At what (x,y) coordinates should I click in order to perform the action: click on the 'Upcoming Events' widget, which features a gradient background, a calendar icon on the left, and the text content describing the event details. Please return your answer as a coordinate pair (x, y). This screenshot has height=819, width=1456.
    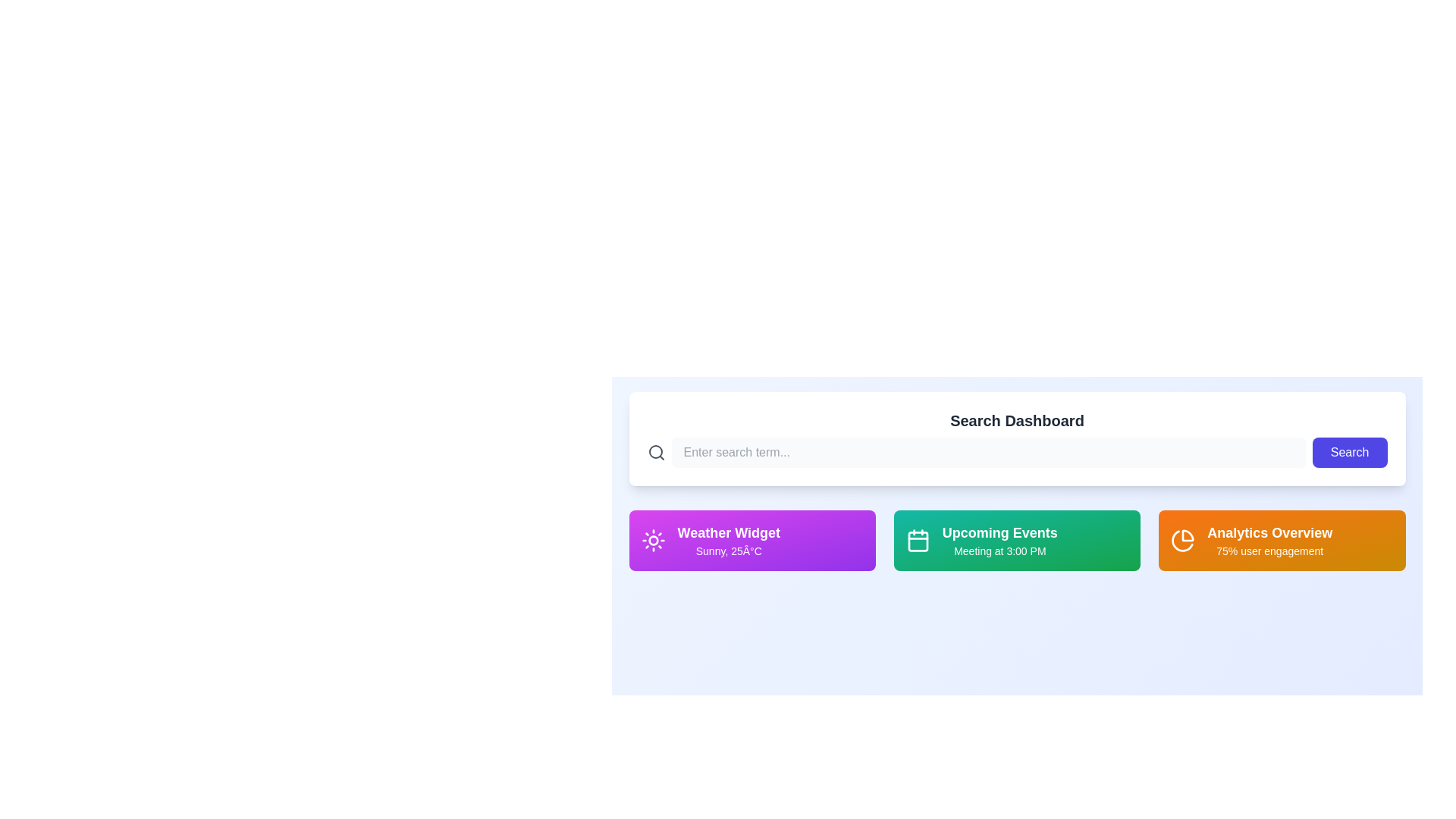
    Looking at the image, I should click on (1016, 540).